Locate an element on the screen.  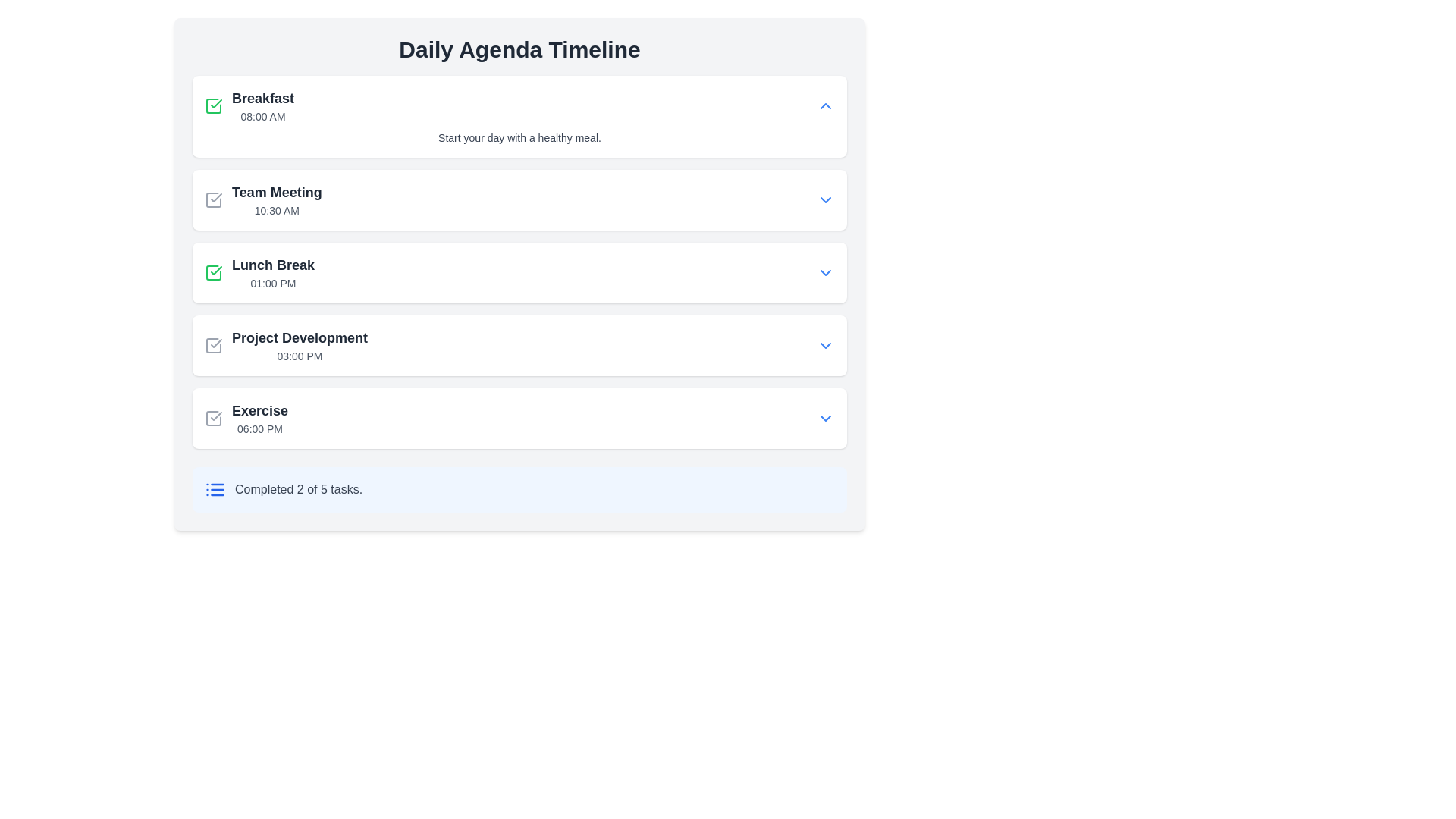
the 'Lunch Break' agenda item located in the third row of the list is located at coordinates (259, 271).